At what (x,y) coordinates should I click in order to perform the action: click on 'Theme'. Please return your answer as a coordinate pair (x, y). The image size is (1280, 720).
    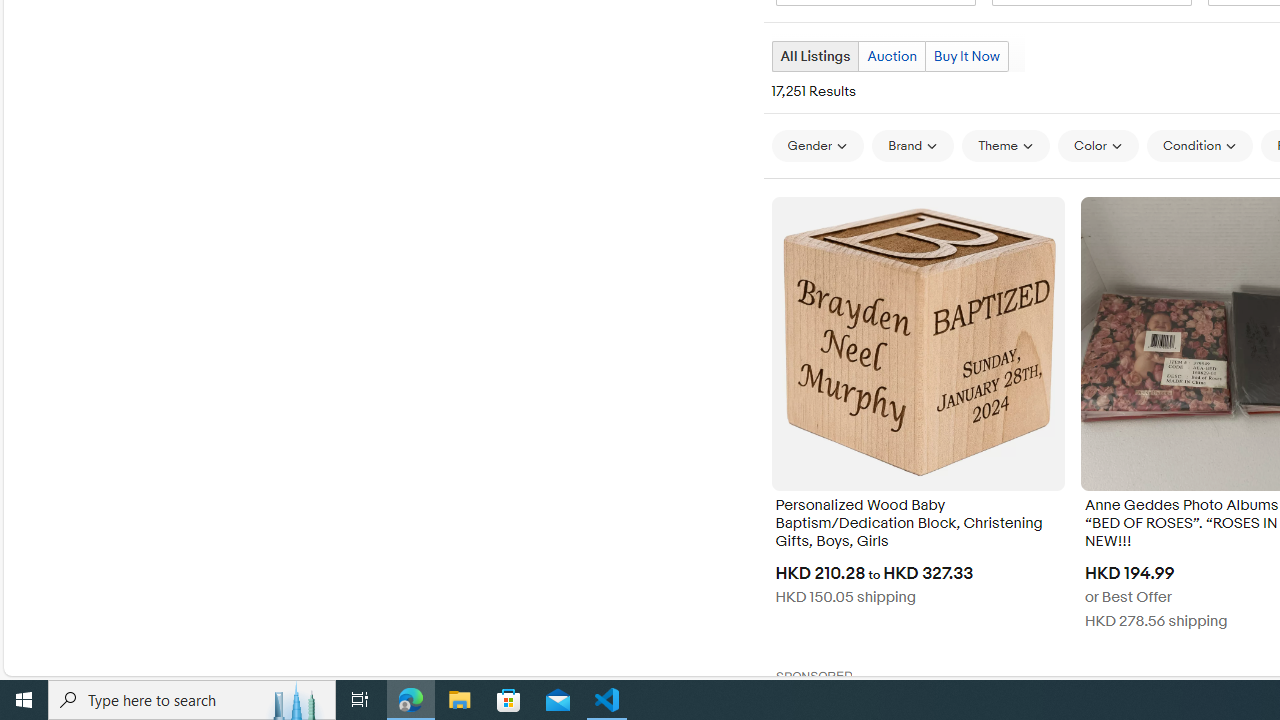
    Looking at the image, I should click on (1006, 145).